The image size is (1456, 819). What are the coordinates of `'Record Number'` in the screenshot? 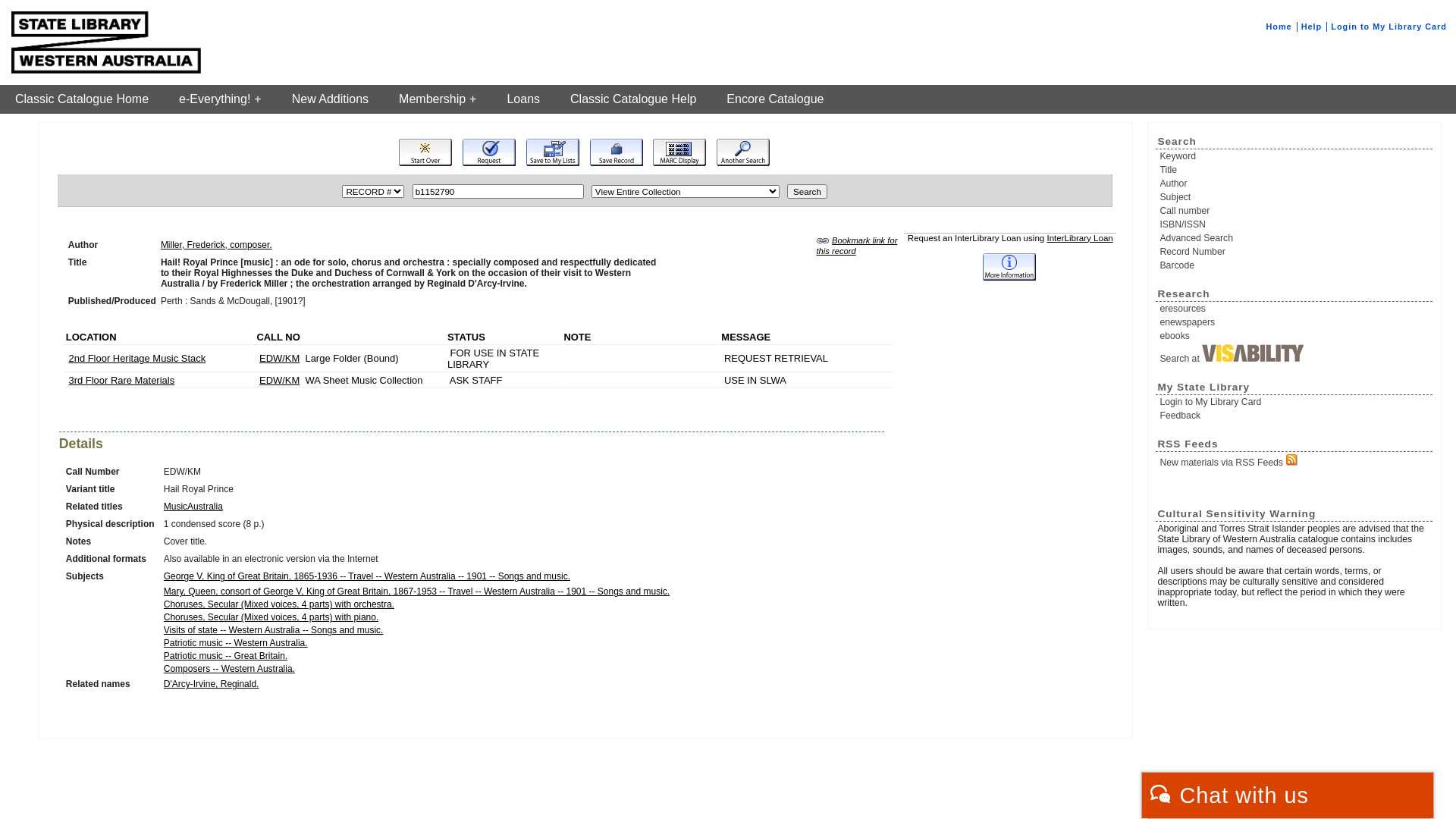 It's located at (1159, 250).